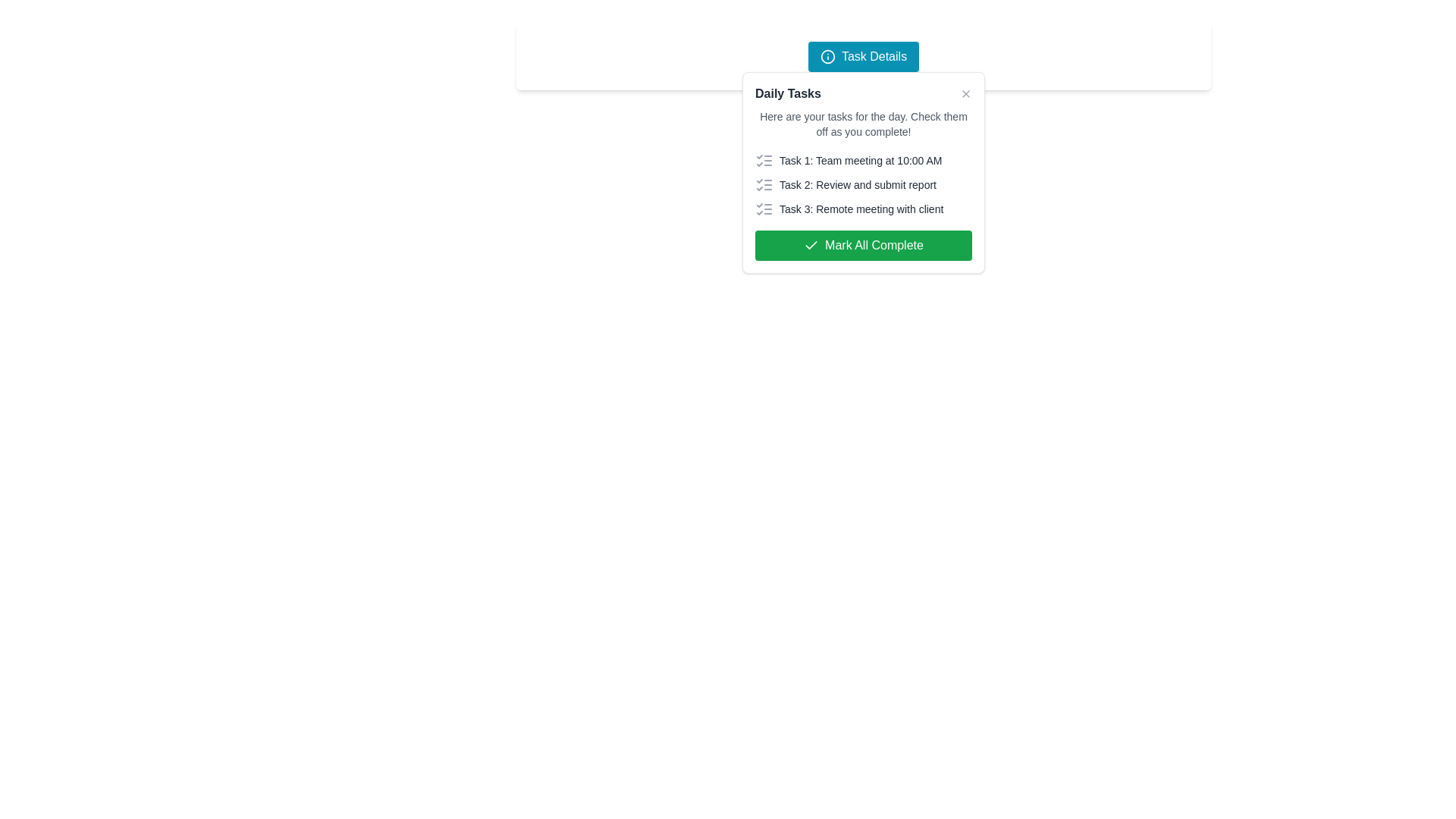  Describe the element at coordinates (863, 245) in the screenshot. I see `the green 'Mark All Complete' button located at the bottom of the popup panel` at that location.